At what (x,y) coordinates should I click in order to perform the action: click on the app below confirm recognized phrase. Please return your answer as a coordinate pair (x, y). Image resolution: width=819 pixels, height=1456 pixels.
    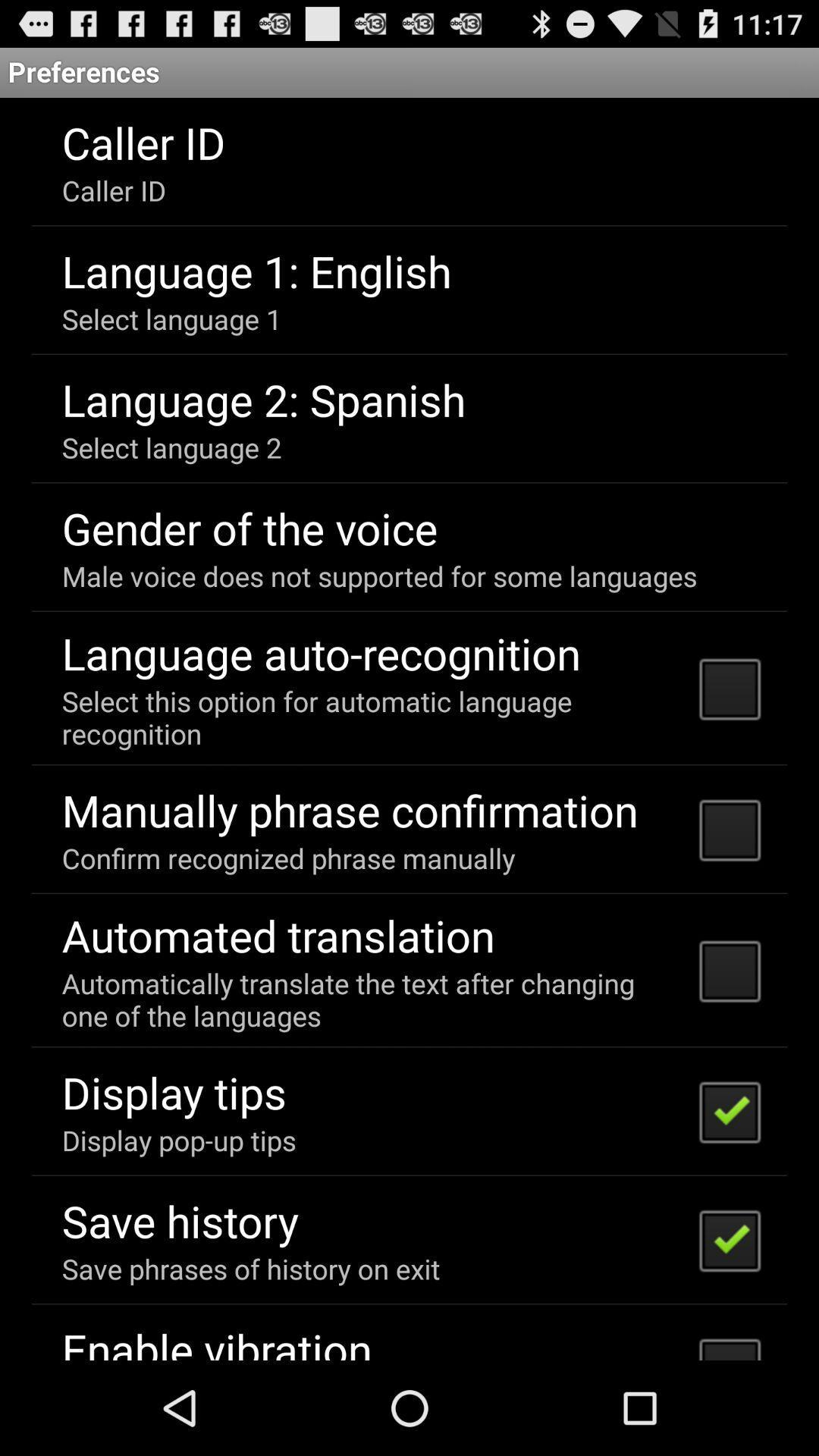
    Looking at the image, I should click on (278, 934).